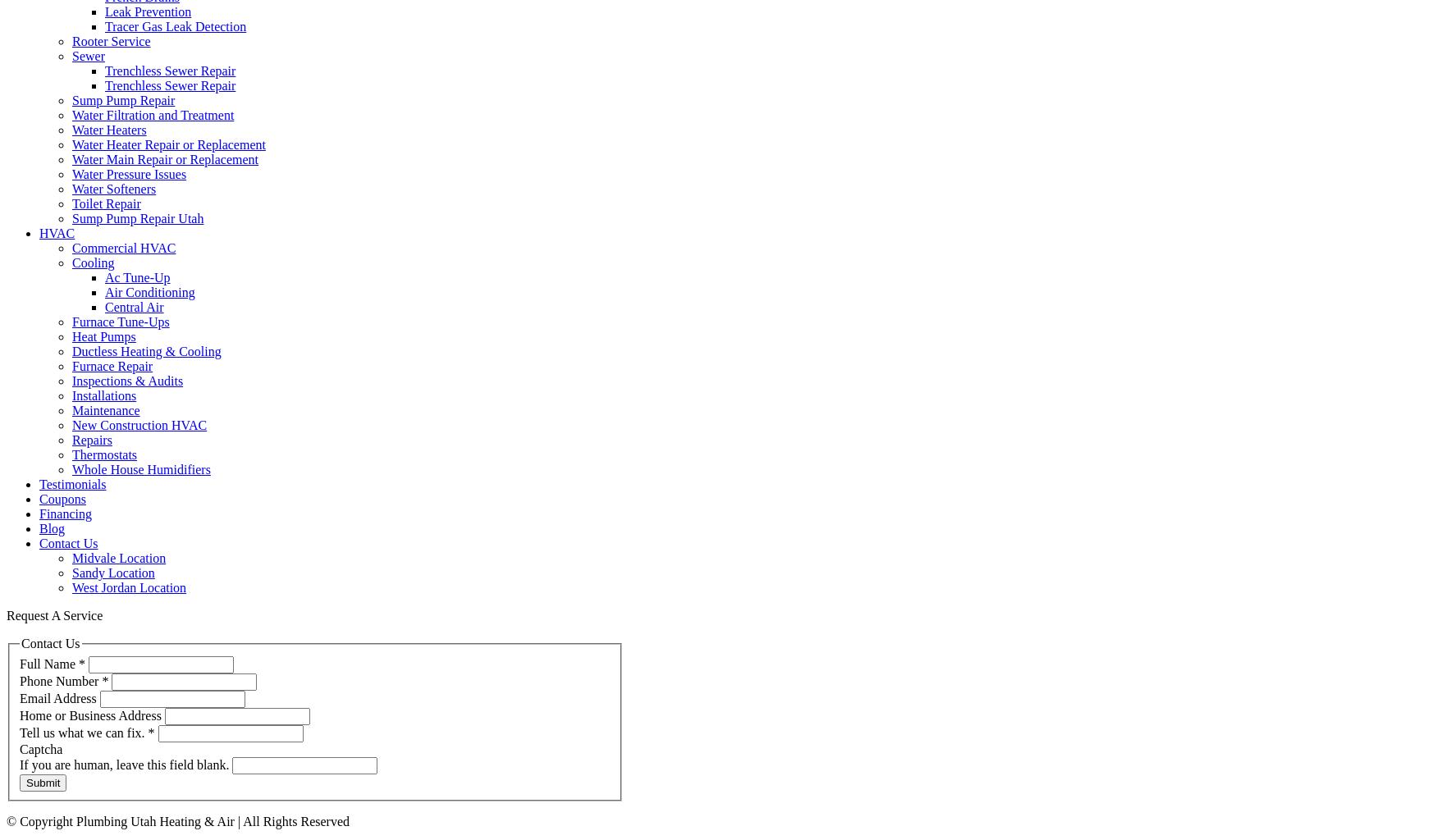  Describe the element at coordinates (90, 440) in the screenshot. I see `'Repairs'` at that location.